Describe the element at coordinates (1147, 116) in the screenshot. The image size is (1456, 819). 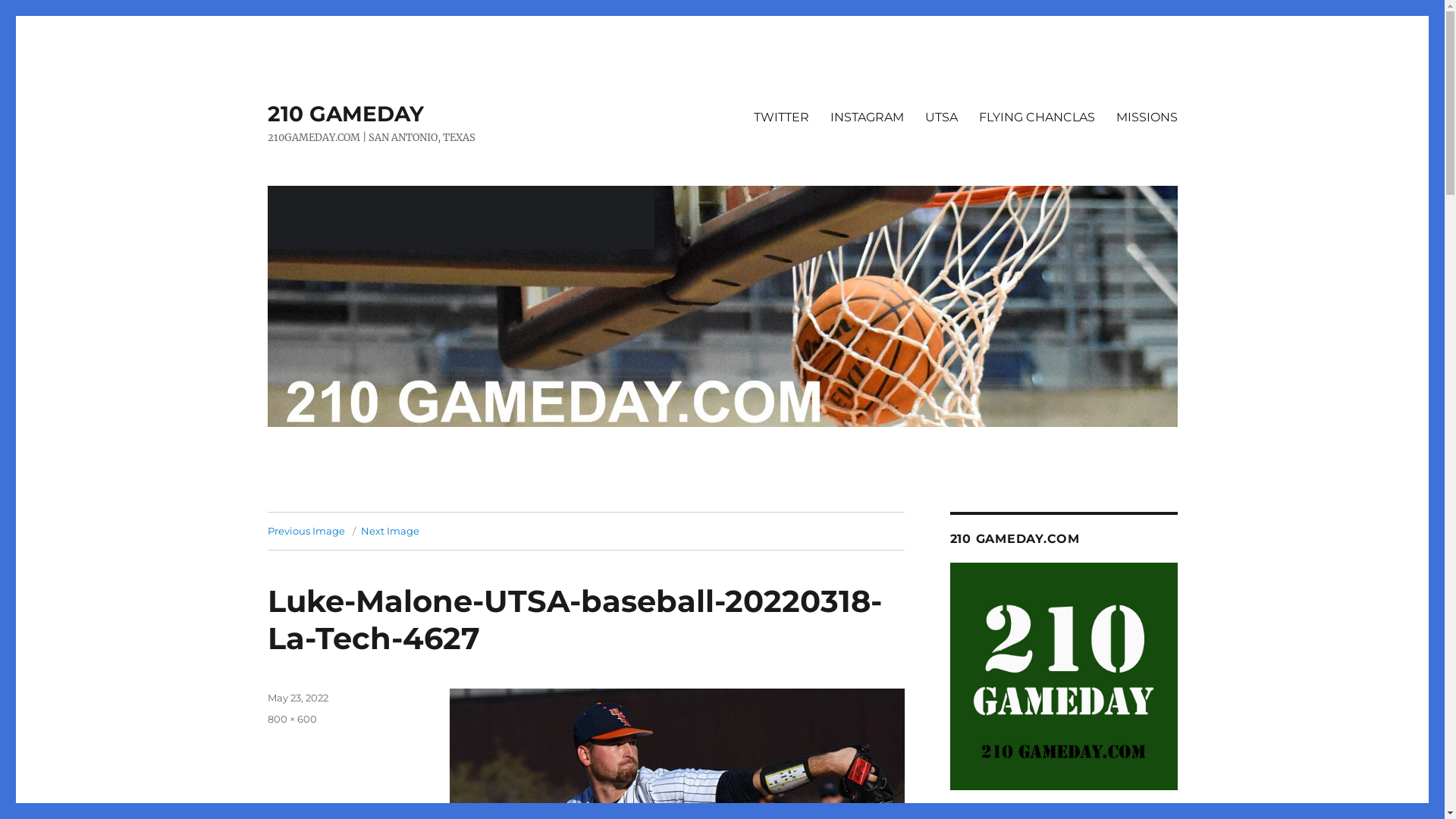
I see `'MISSIONS'` at that location.